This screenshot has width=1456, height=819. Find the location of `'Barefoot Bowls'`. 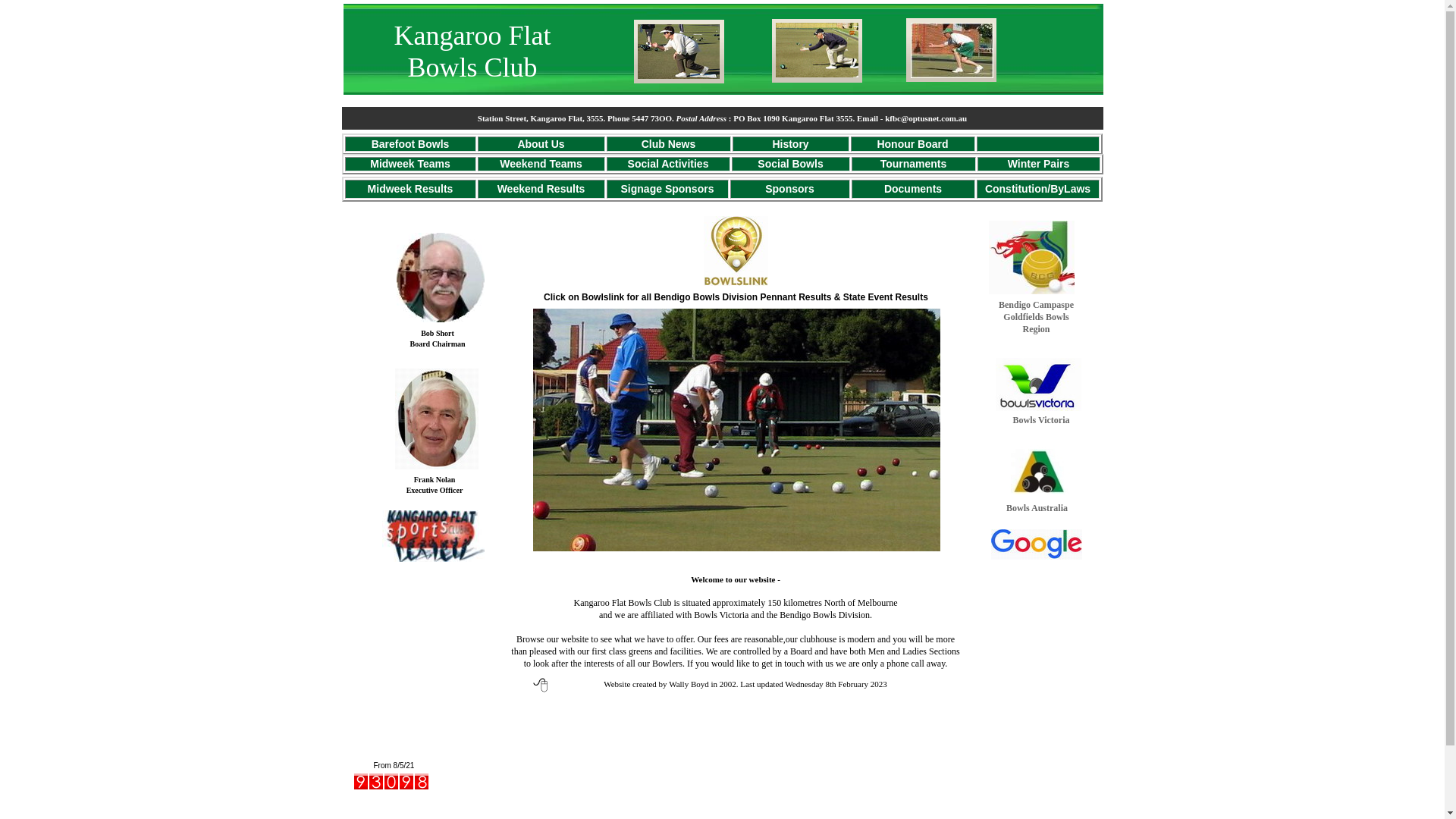

'Barefoot Bowls' is located at coordinates (410, 143).